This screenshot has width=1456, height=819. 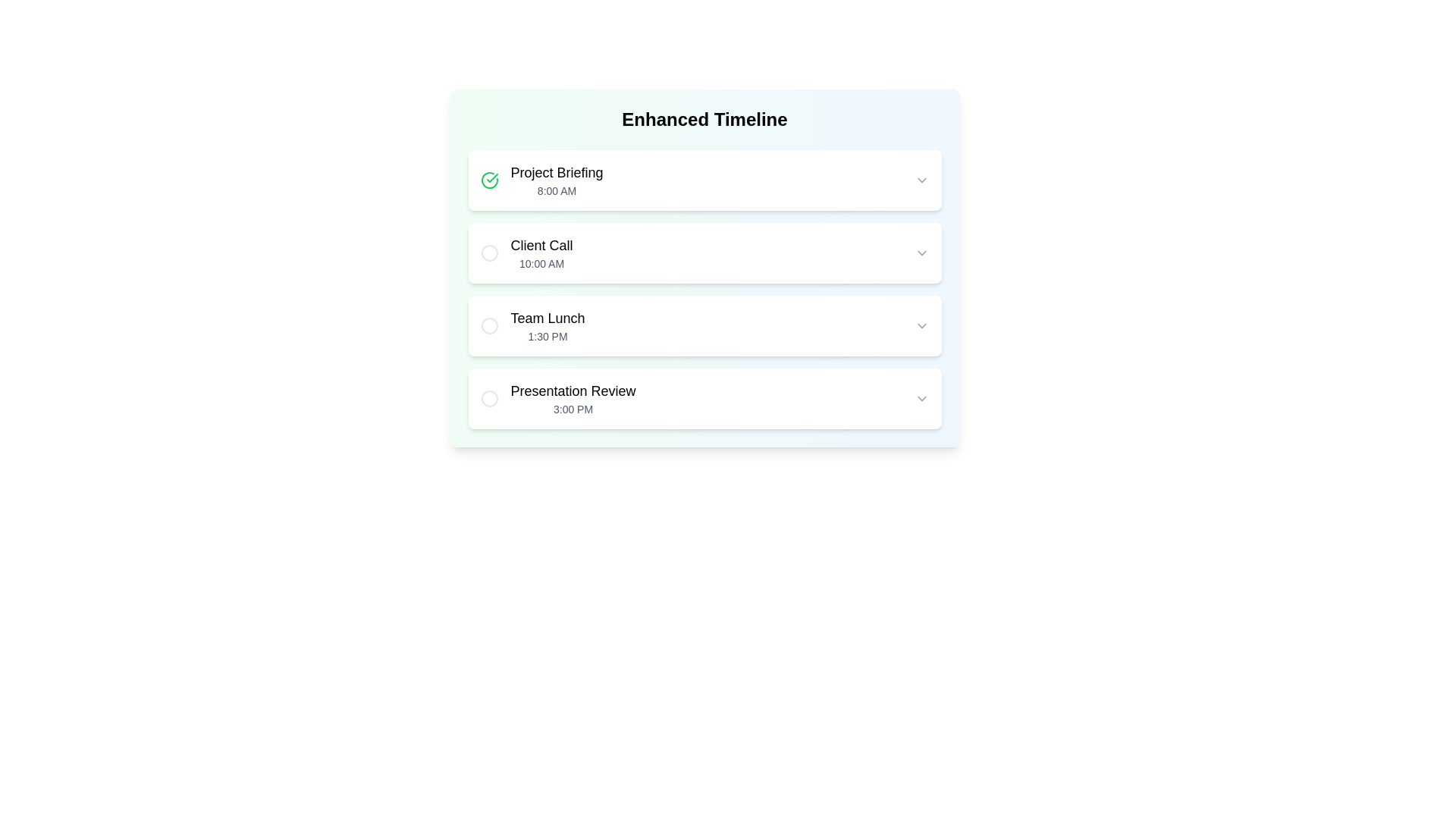 What do you see at coordinates (489, 180) in the screenshot?
I see `the green circular checkmark icon located in the timeline interface for the 'Project Briefing' entry at 8:00 AM` at bounding box center [489, 180].